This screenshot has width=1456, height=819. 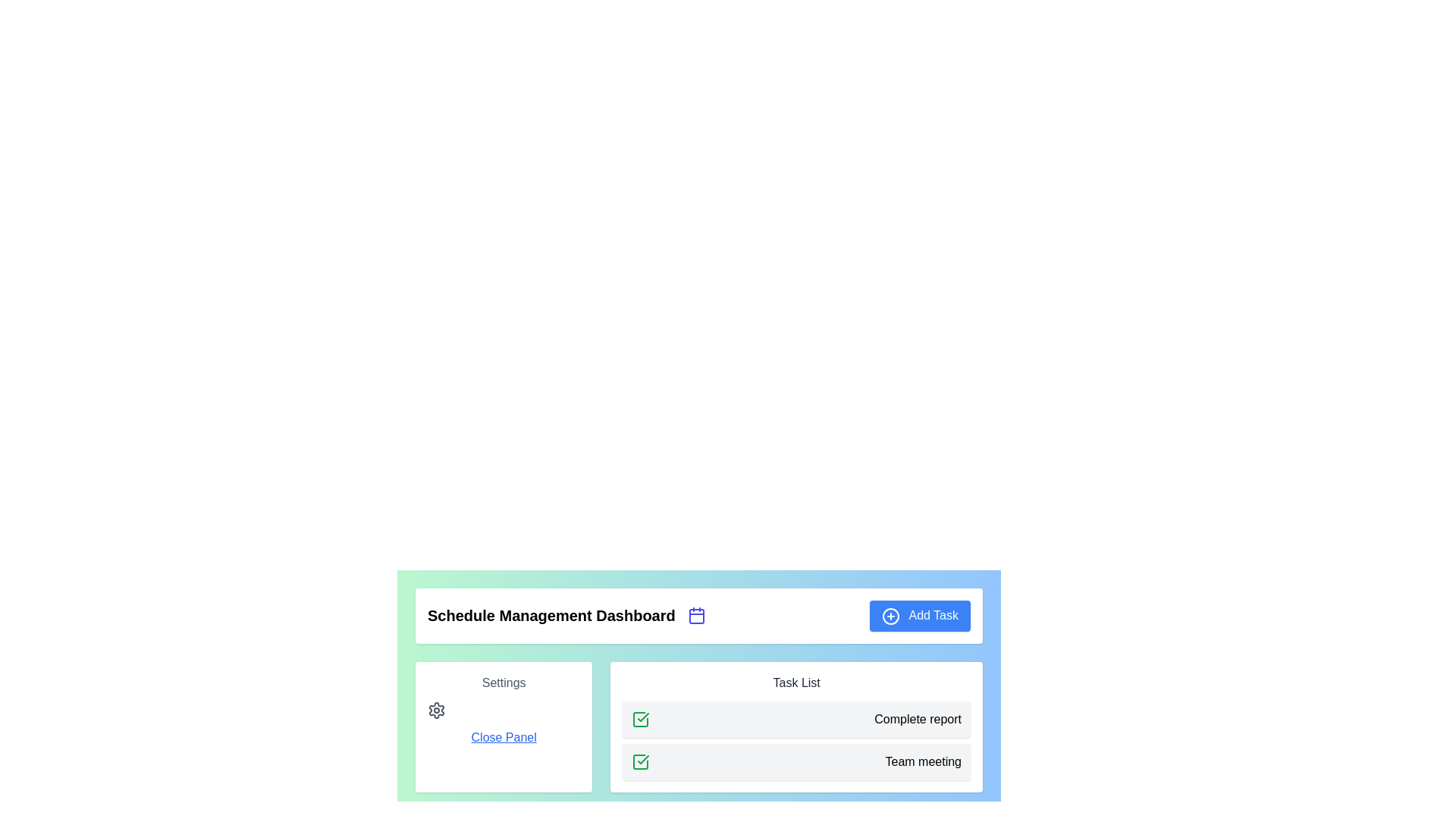 What do you see at coordinates (695, 617) in the screenshot?
I see `the calendar icon body, which is a rectangular SVG element with rounded corners located to the right of the 'Schedule Management Dashboard' text` at bounding box center [695, 617].